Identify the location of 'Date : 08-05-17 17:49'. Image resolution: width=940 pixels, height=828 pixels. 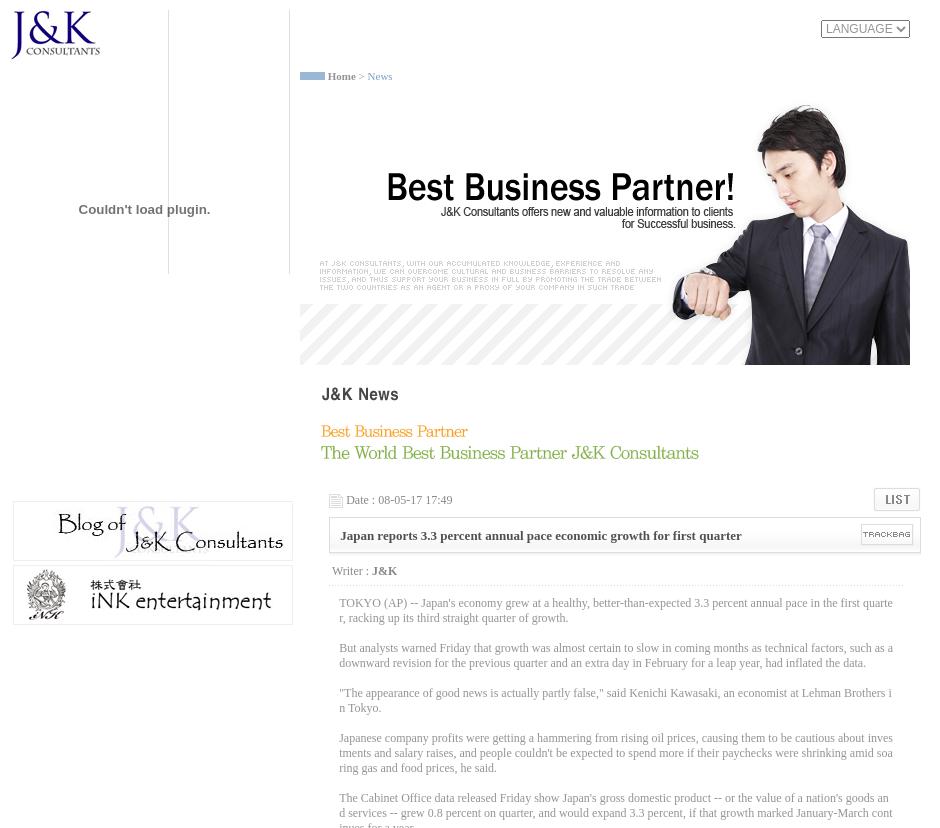
(399, 500).